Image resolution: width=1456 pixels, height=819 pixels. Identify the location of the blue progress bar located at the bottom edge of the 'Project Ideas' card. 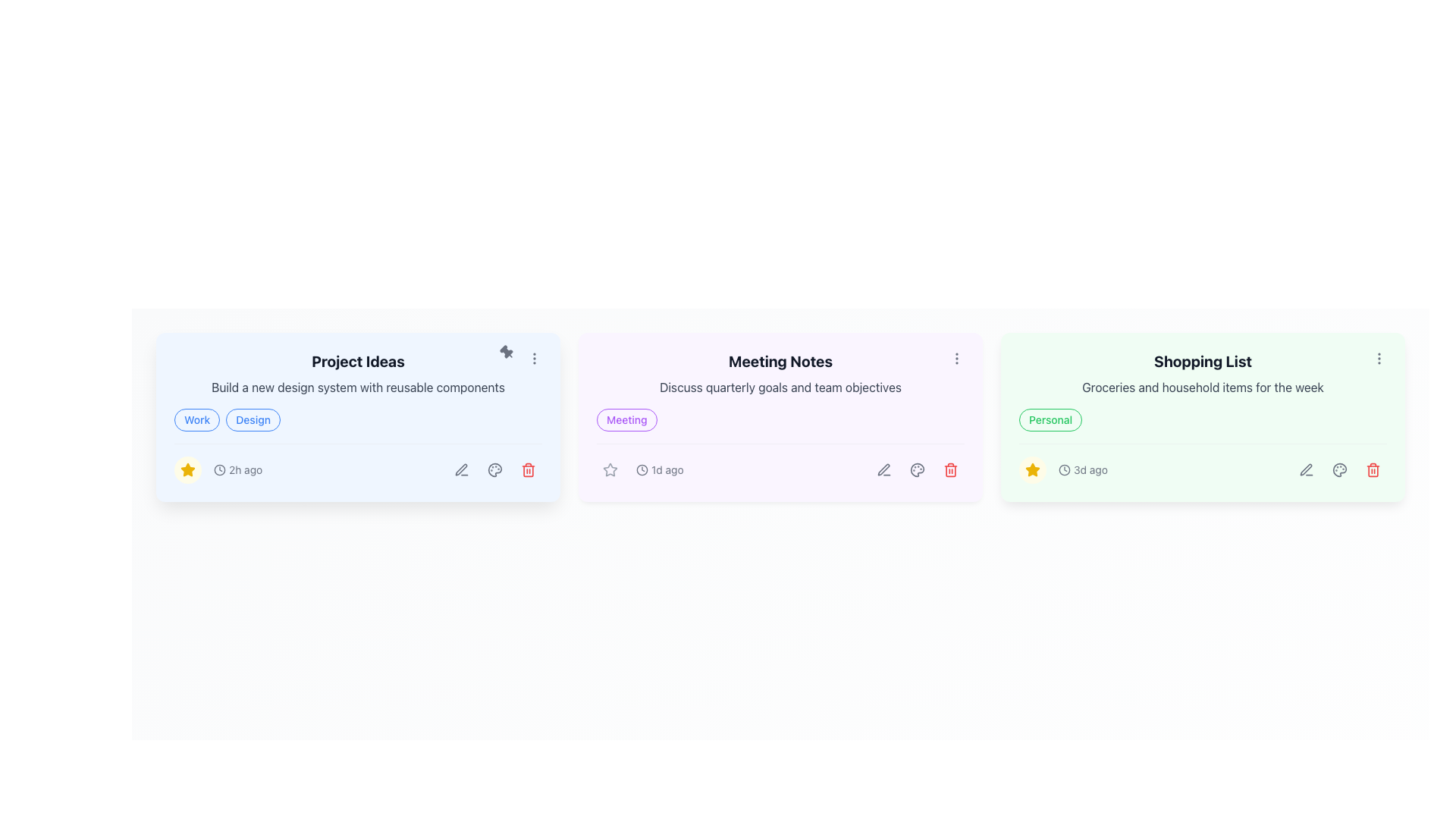
(357, 500).